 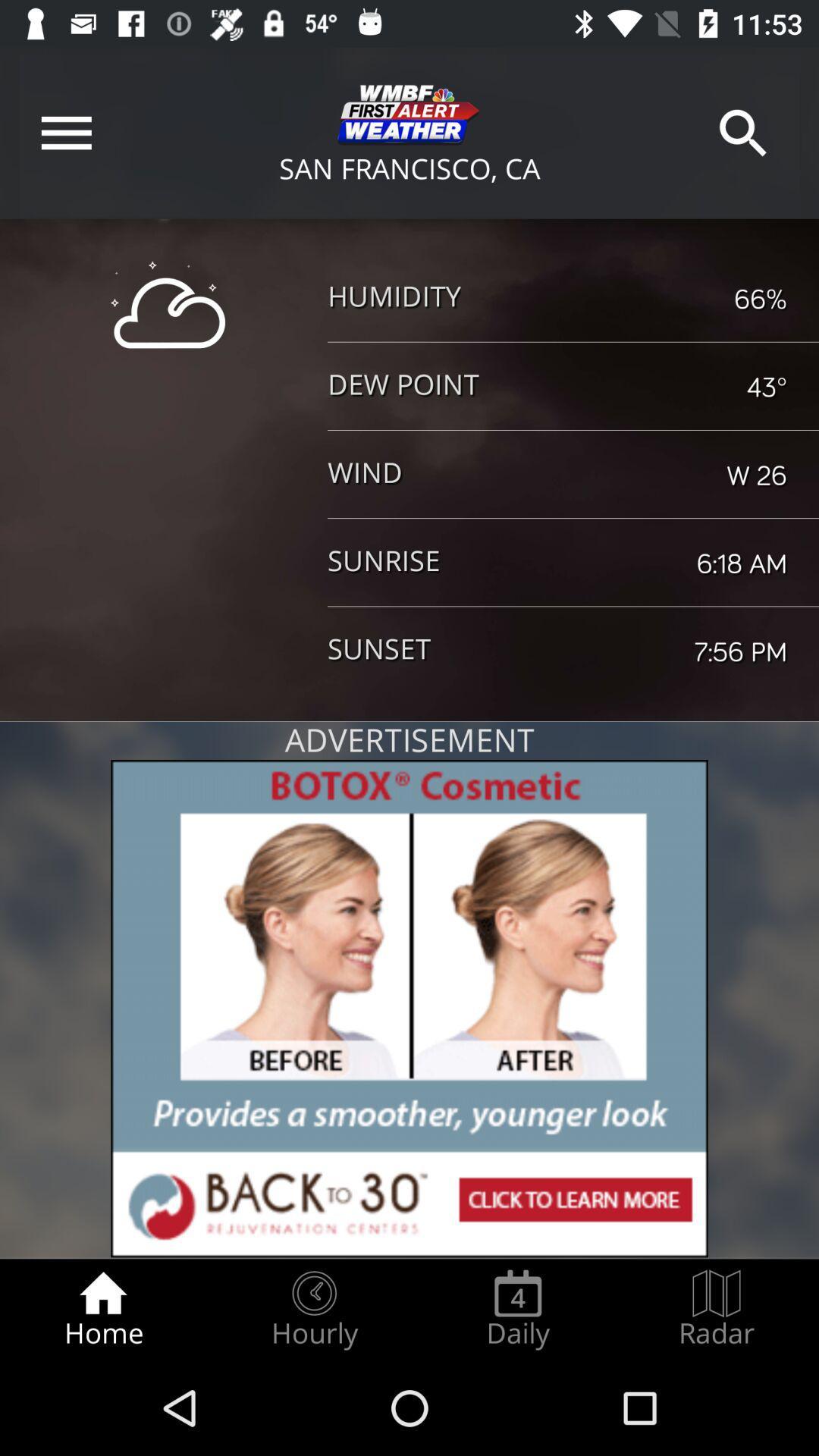 I want to click on the icon to the right of the home radio button, so click(x=313, y=1309).